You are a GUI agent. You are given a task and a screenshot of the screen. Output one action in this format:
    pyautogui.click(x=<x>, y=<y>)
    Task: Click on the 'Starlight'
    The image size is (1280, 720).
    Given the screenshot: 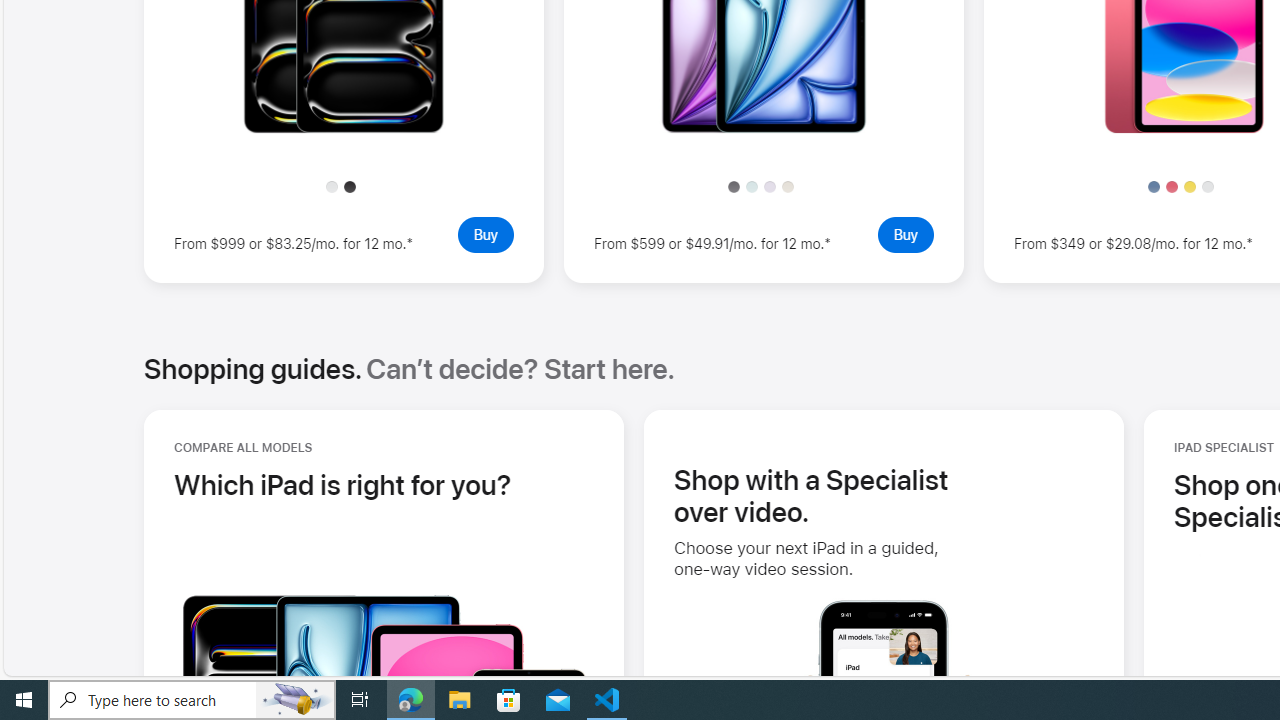 What is the action you would take?
    pyautogui.click(x=786, y=186)
    